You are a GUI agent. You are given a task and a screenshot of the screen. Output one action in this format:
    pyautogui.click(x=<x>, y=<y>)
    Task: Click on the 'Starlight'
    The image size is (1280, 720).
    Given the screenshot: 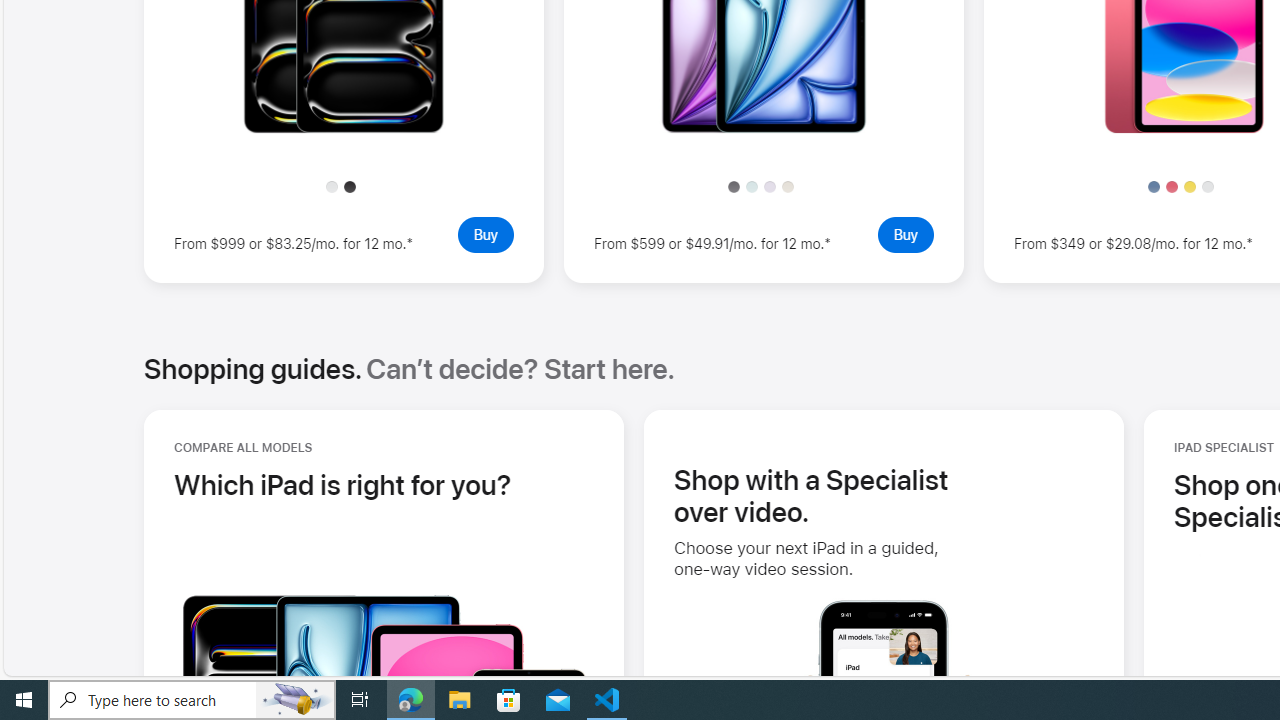 What is the action you would take?
    pyautogui.click(x=786, y=186)
    